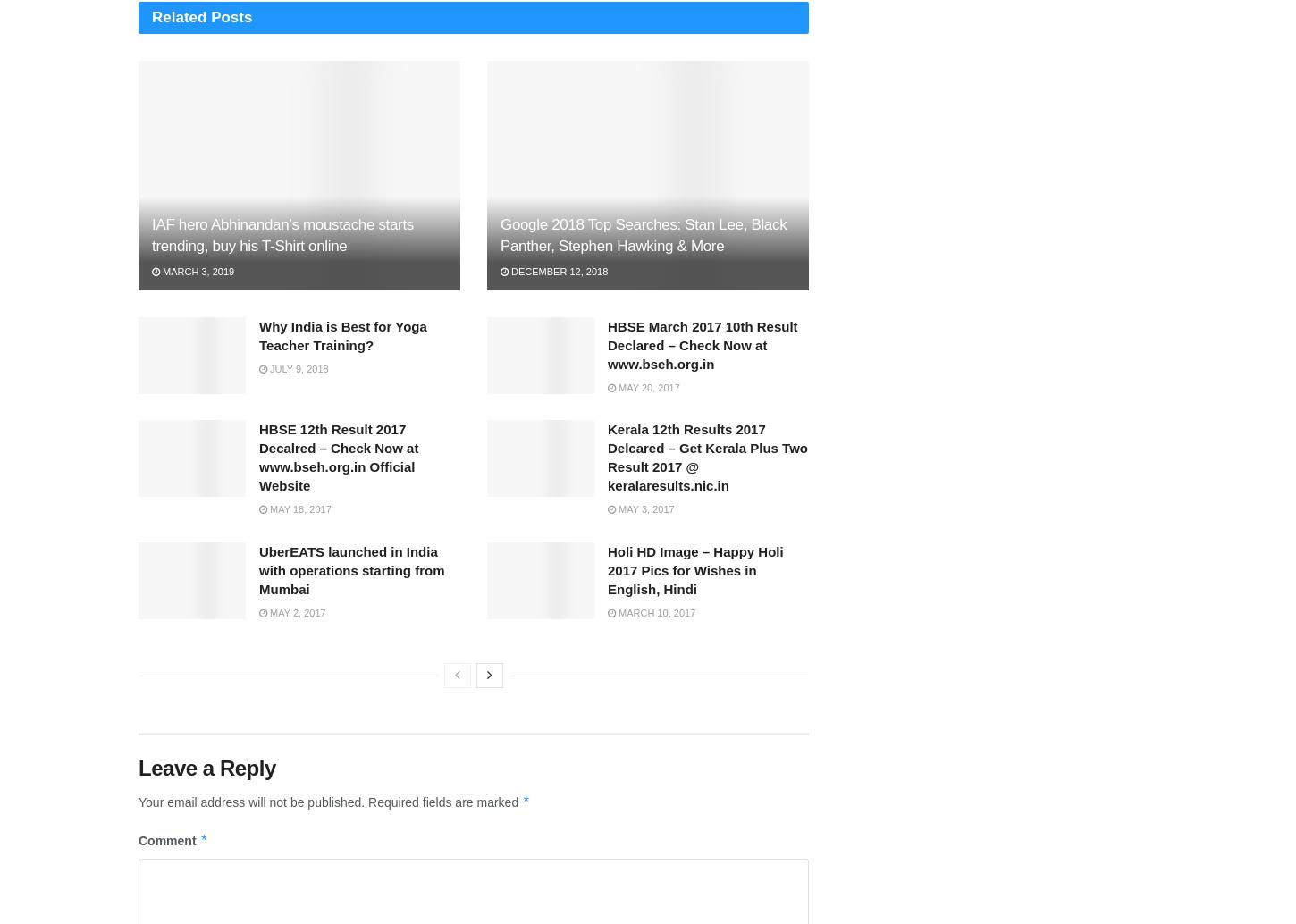  I want to click on 'HBSE 12th Result 2017 Decalred – Check Now at www.bseh.org.in Official Website', so click(338, 457).